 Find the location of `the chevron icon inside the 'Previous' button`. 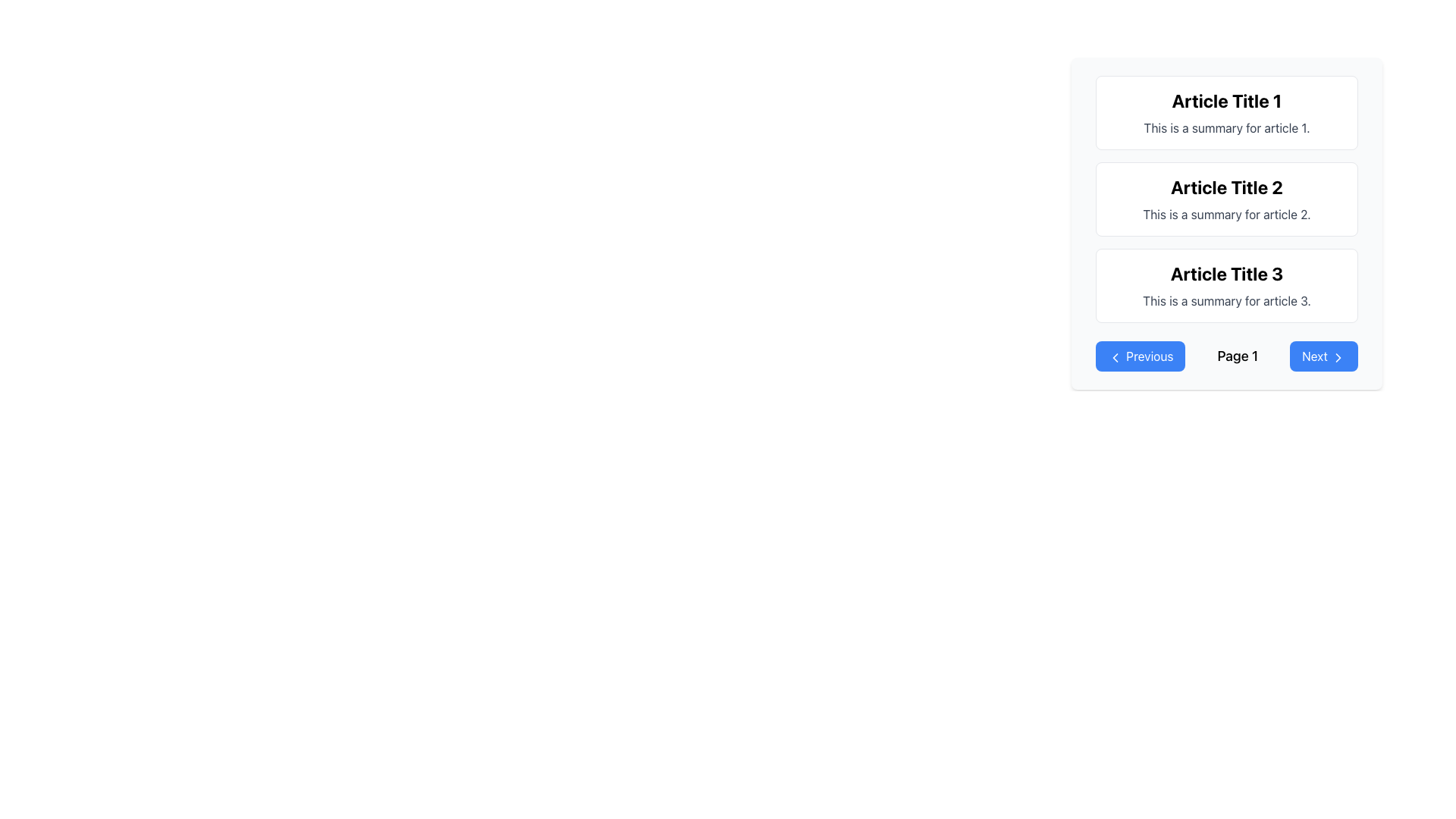

the chevron icon inside the 'Previous' button is located at coordinates (1115, 356).